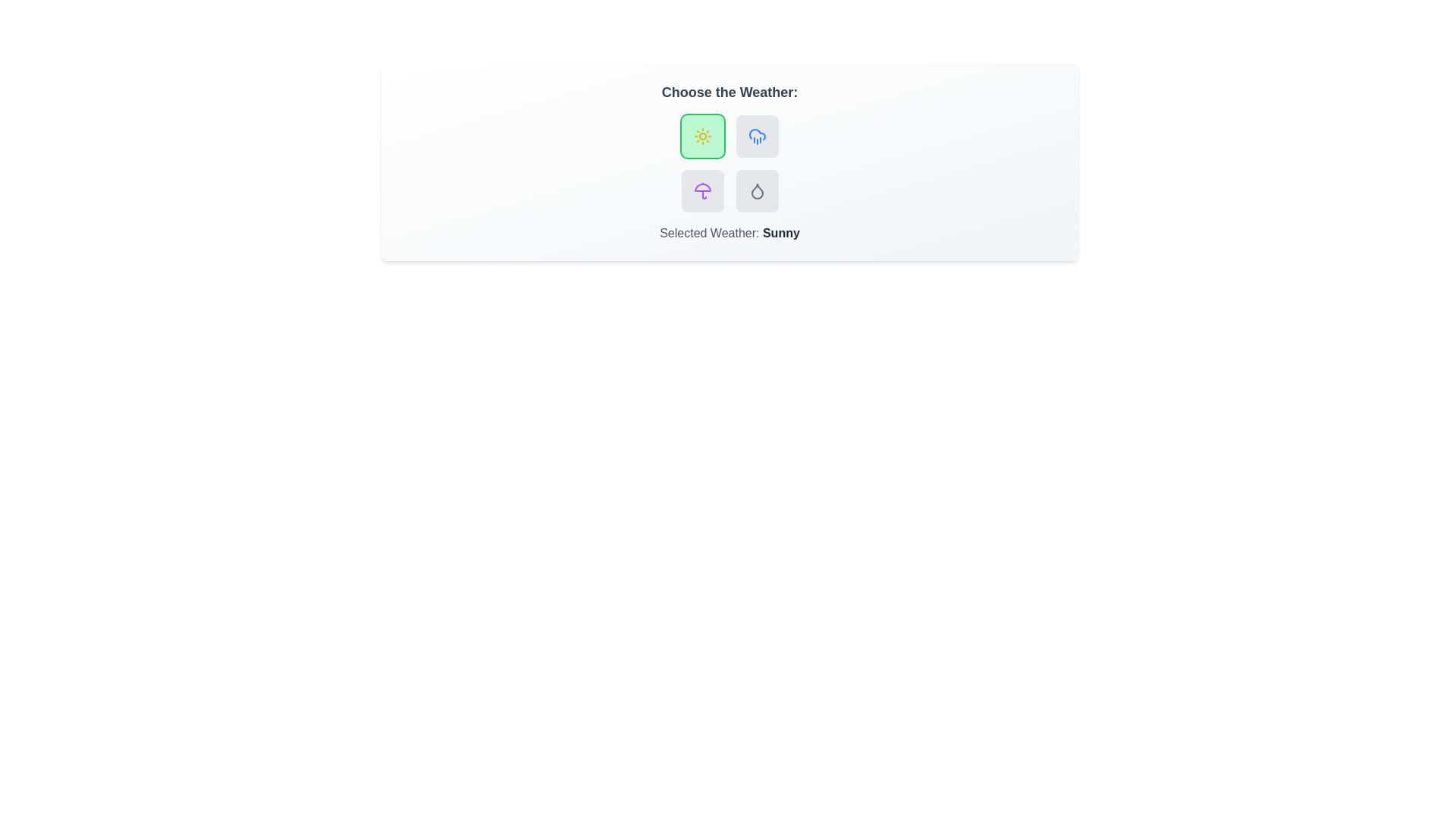 This screenshot has width=1456, height=819. What do you see at coordinates (757, 136) in the screenshot?
I see `the weather button corresponding to Rainy` at bounding box center [757, 136].